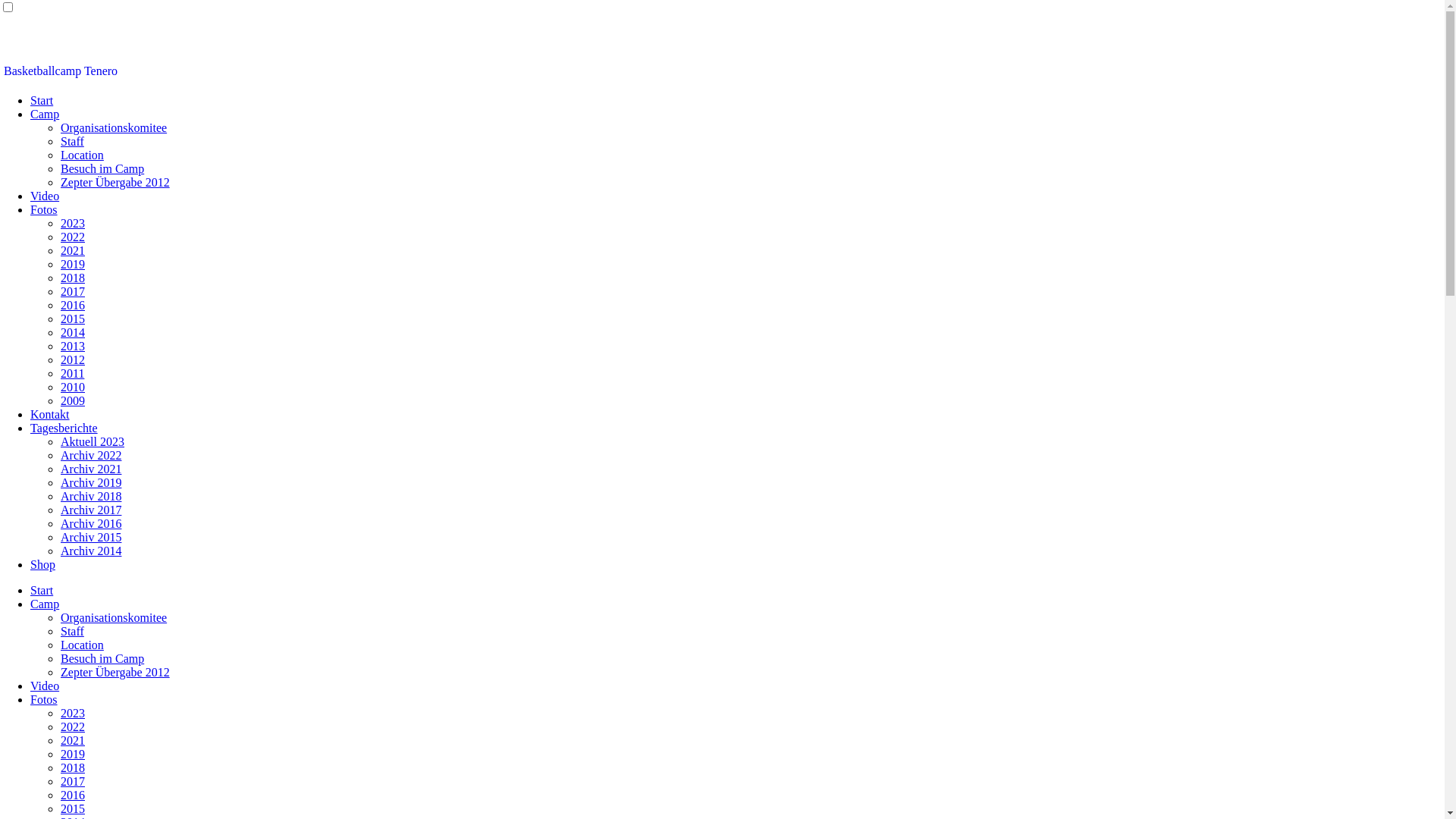 Image resolution: width=1456 pixels, height=819 pixels. I want to click on 'Location', so click(81, 155).